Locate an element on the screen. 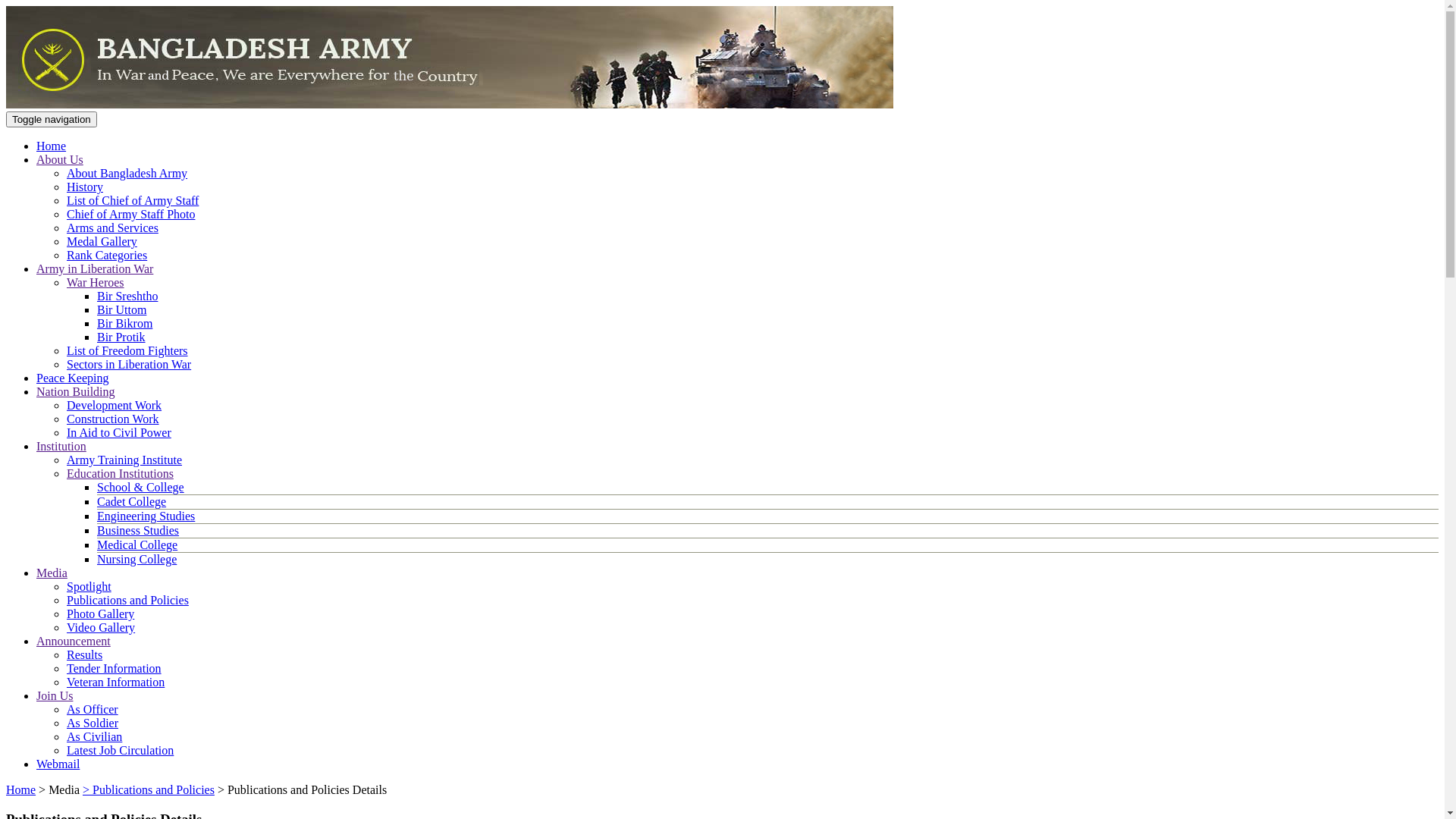 The height and width of the screenshot is (819, 1456). 'Home' is located at coordinates (51, 146).